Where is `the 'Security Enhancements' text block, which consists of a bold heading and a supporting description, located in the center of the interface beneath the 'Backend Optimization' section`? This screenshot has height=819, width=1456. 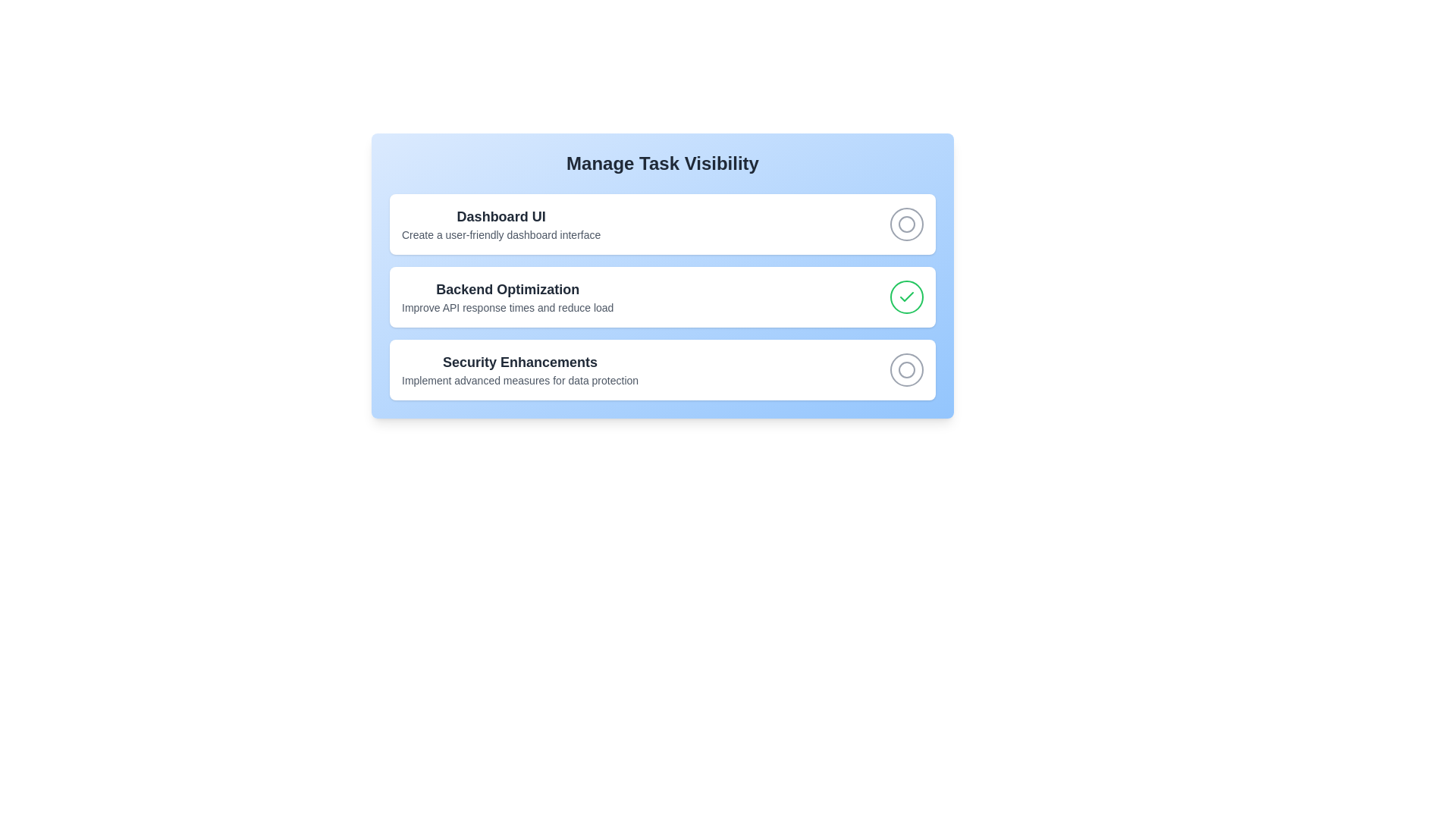
the 'Security Enhancements' text block, which consists of a bold heading and a supporting description, located in the center of the interface beneath the 'Backend Optimization' section is located at coordinates (520, 370).